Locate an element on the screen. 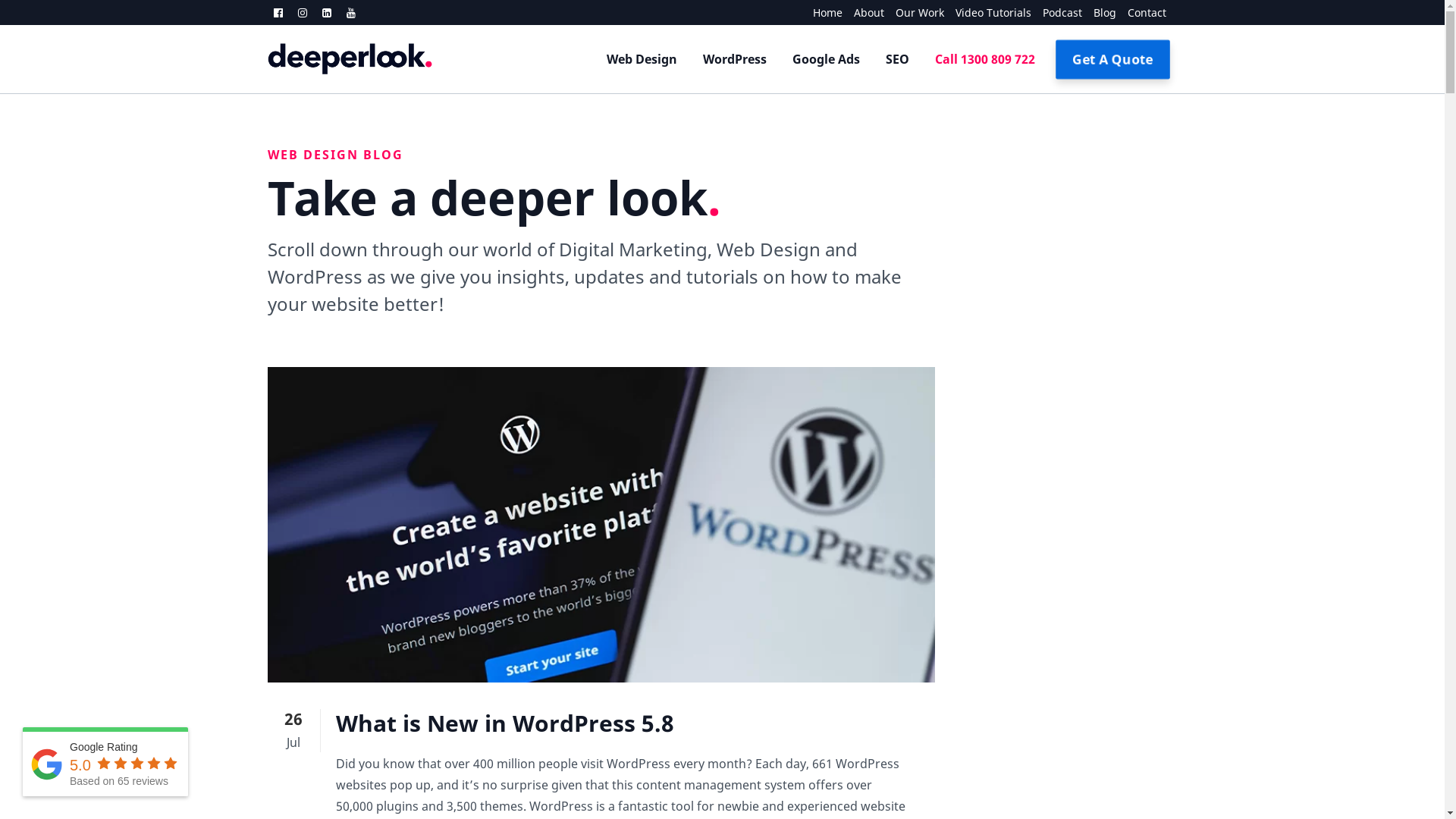  'Web Design' is located at coordinates (592, 58).